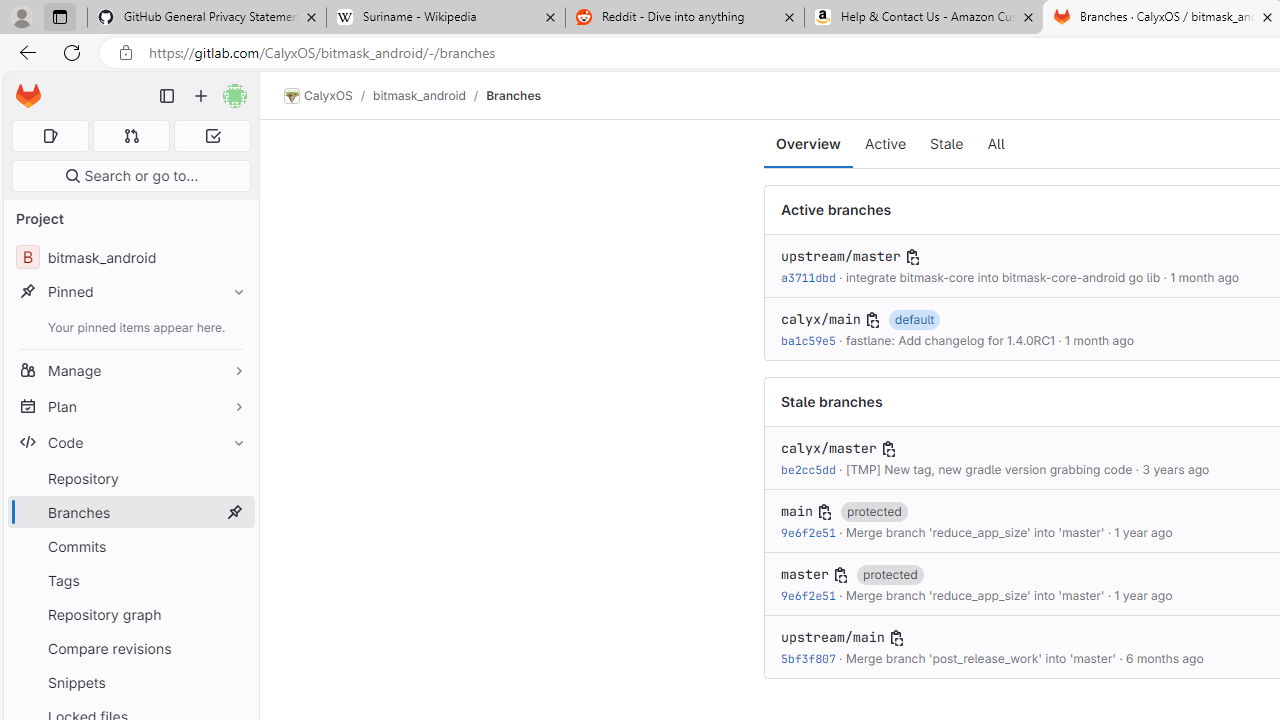 This screenshot has height=720, width=1280. I want to click on 'Pin Repository graph', so click(234, 613).